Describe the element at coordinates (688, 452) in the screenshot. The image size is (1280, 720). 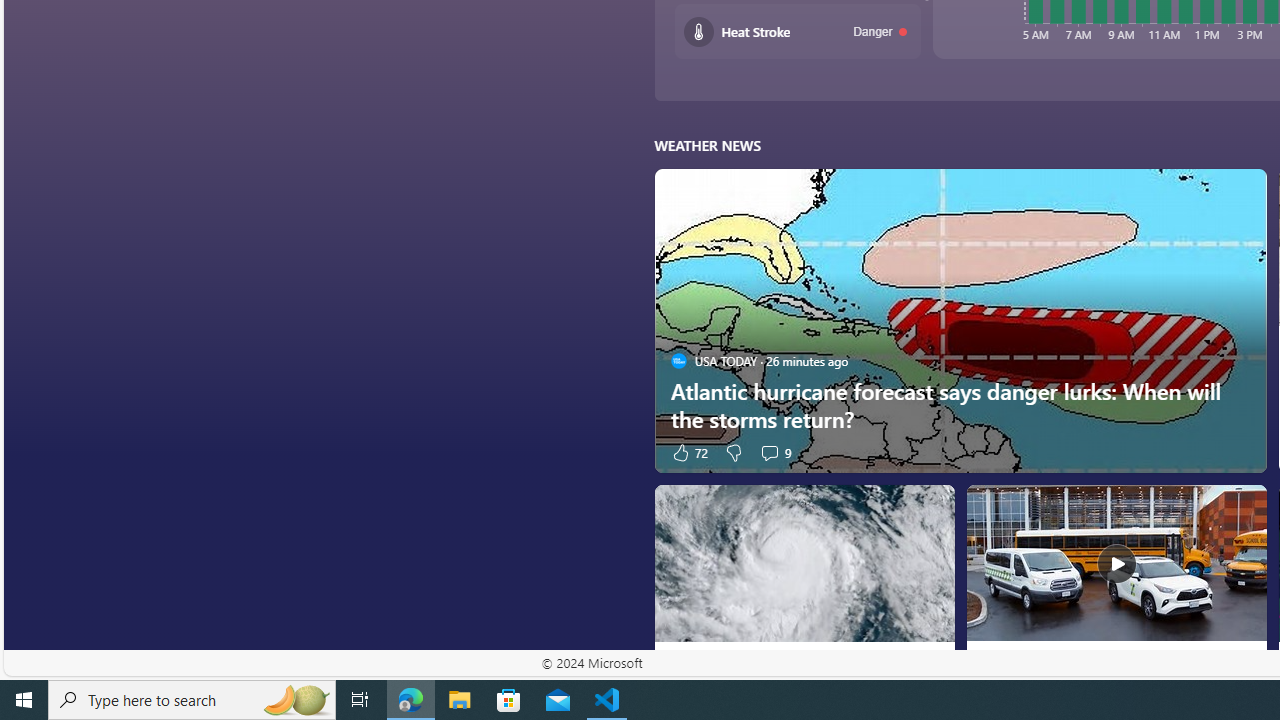
I see `'72 Like'` at that location.